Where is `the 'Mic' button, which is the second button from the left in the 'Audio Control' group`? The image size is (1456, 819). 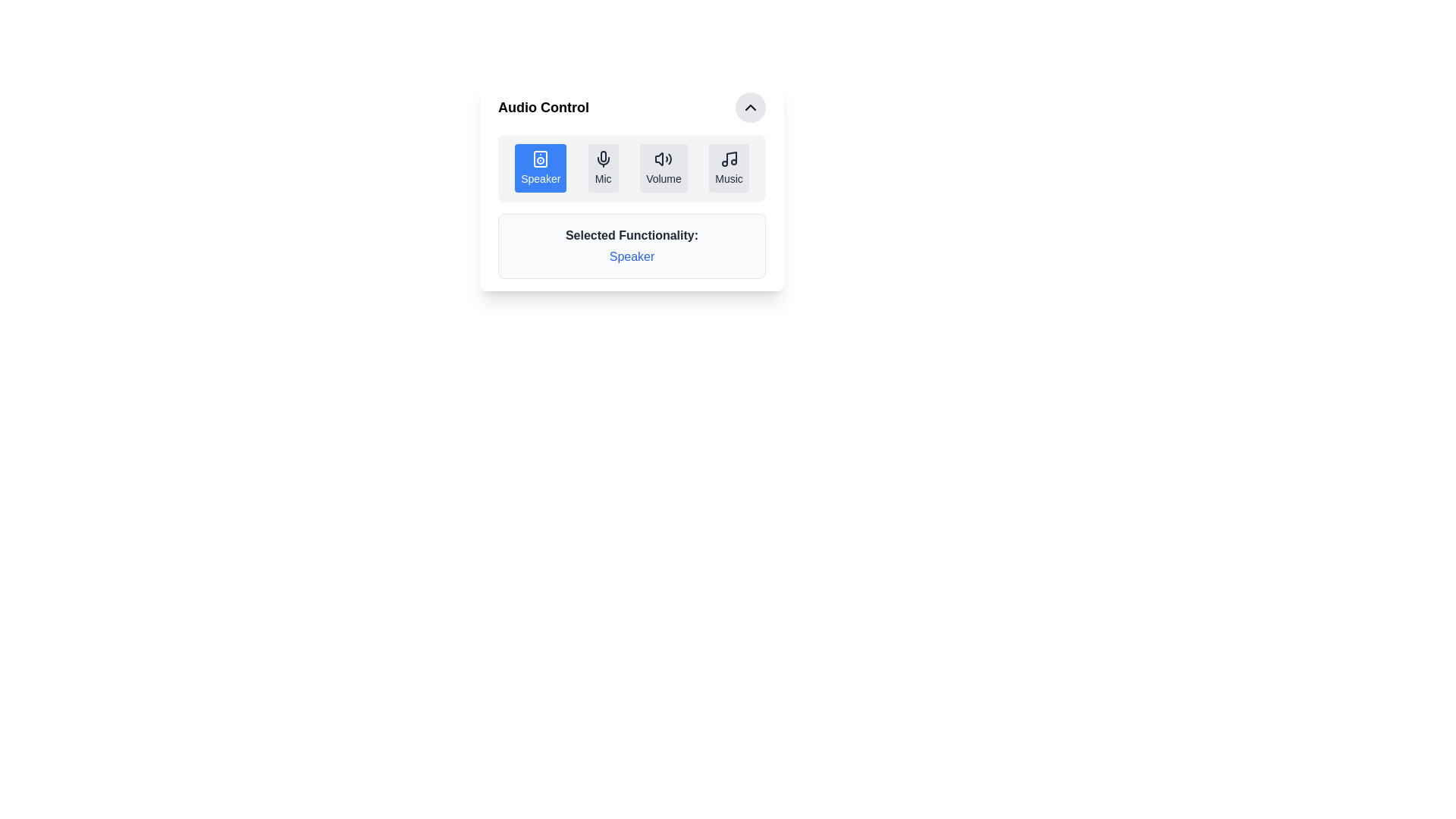
the 'Mic' button, which is the second button from the left in the 'Audio Control' group is located at coordinates (602, 168).